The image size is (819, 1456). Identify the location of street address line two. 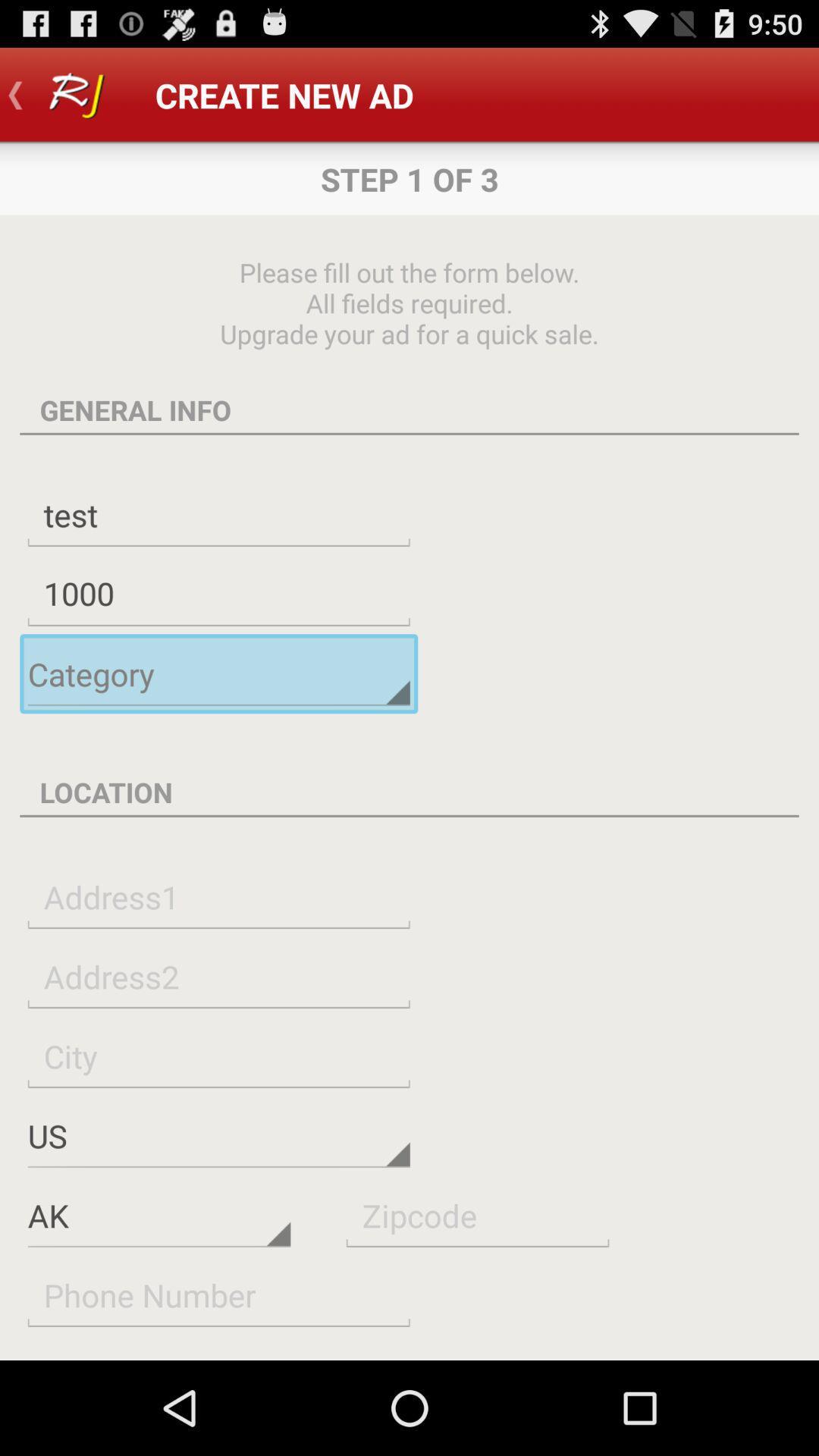
(218, 976).